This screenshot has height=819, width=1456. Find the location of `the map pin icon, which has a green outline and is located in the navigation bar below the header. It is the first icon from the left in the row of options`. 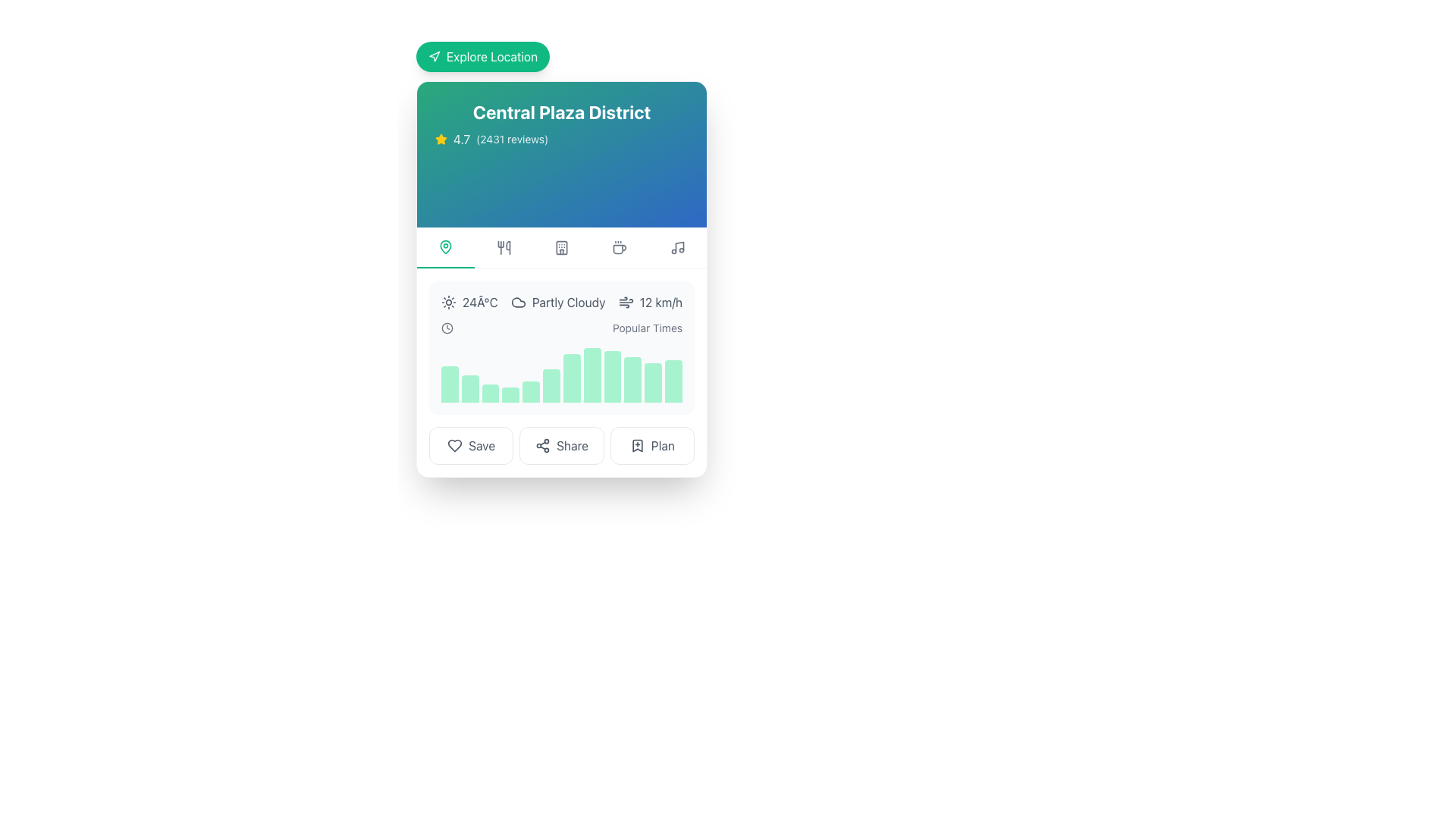

the map pin icon, which has a green outline and is located in the navigation bar below the header. It is the first icon from the left in the row of options is located at coordinates (445, 246).